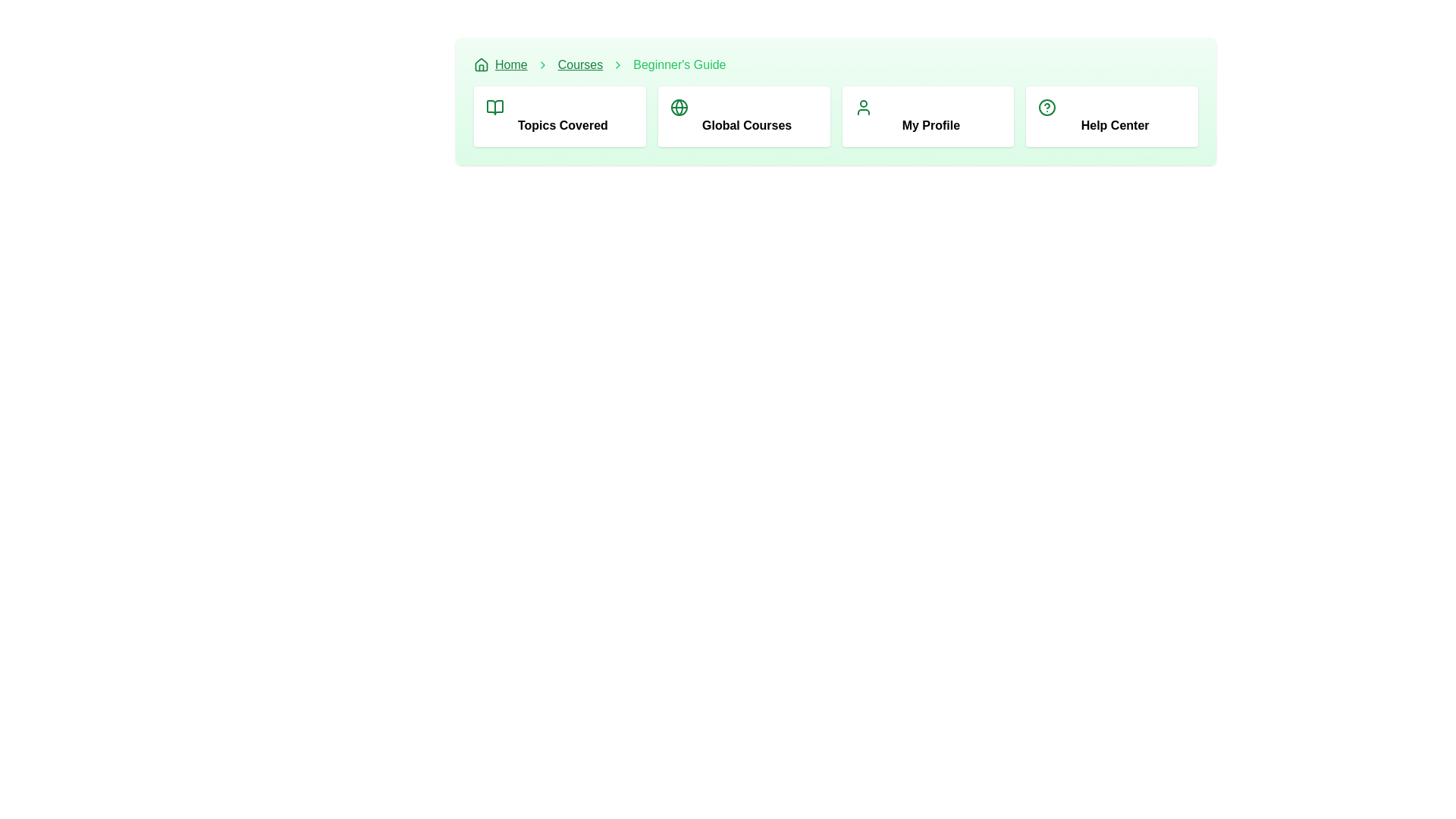 Image resolution: width=1456 pixels, height=819 pixels. Describe the element at coordinates (480, 64) in the screenshot. I see `the home icon in the breadcrumb navigation bar` at that location.